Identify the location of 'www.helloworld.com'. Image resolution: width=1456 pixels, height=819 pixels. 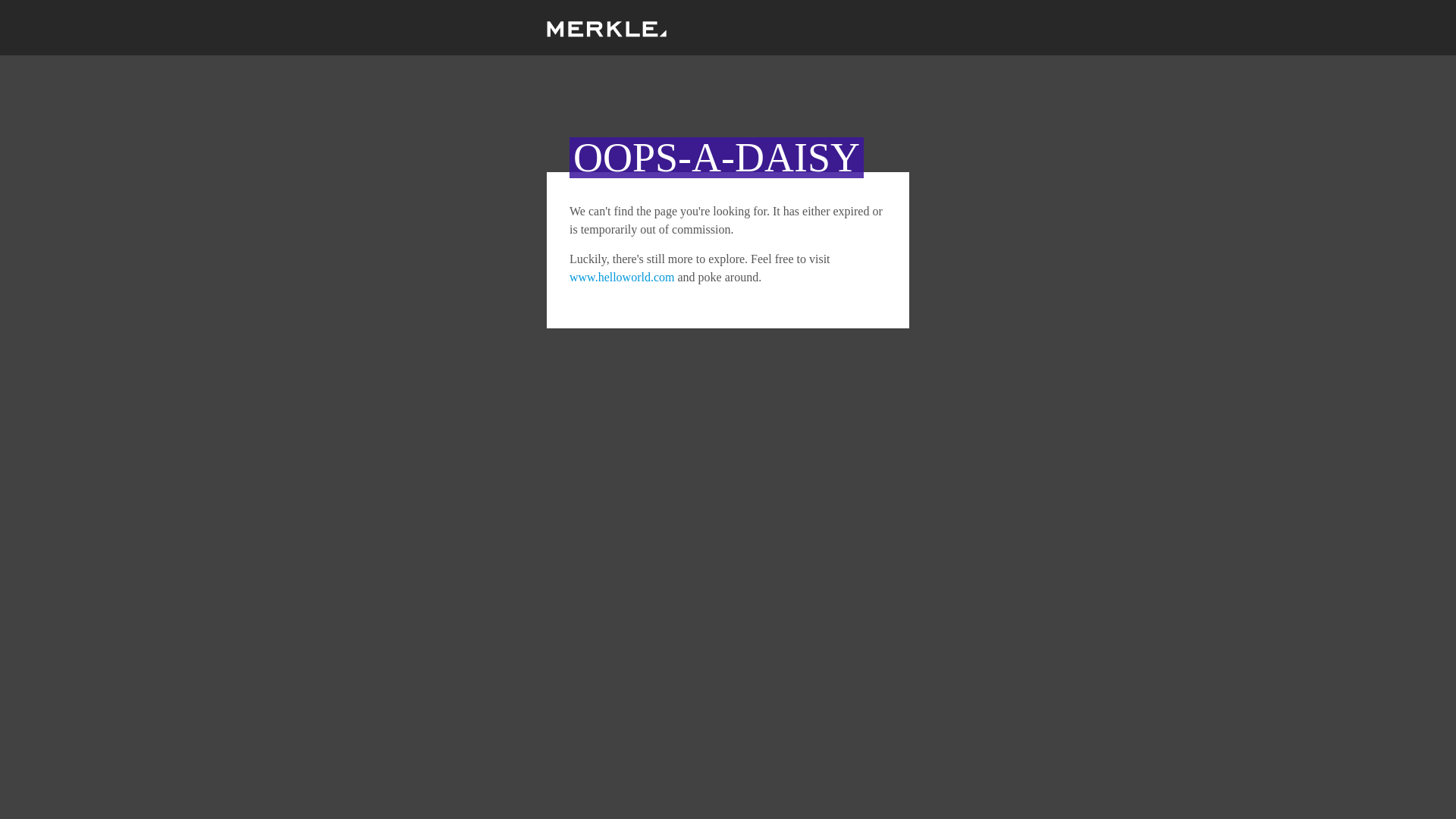
(568, 277).